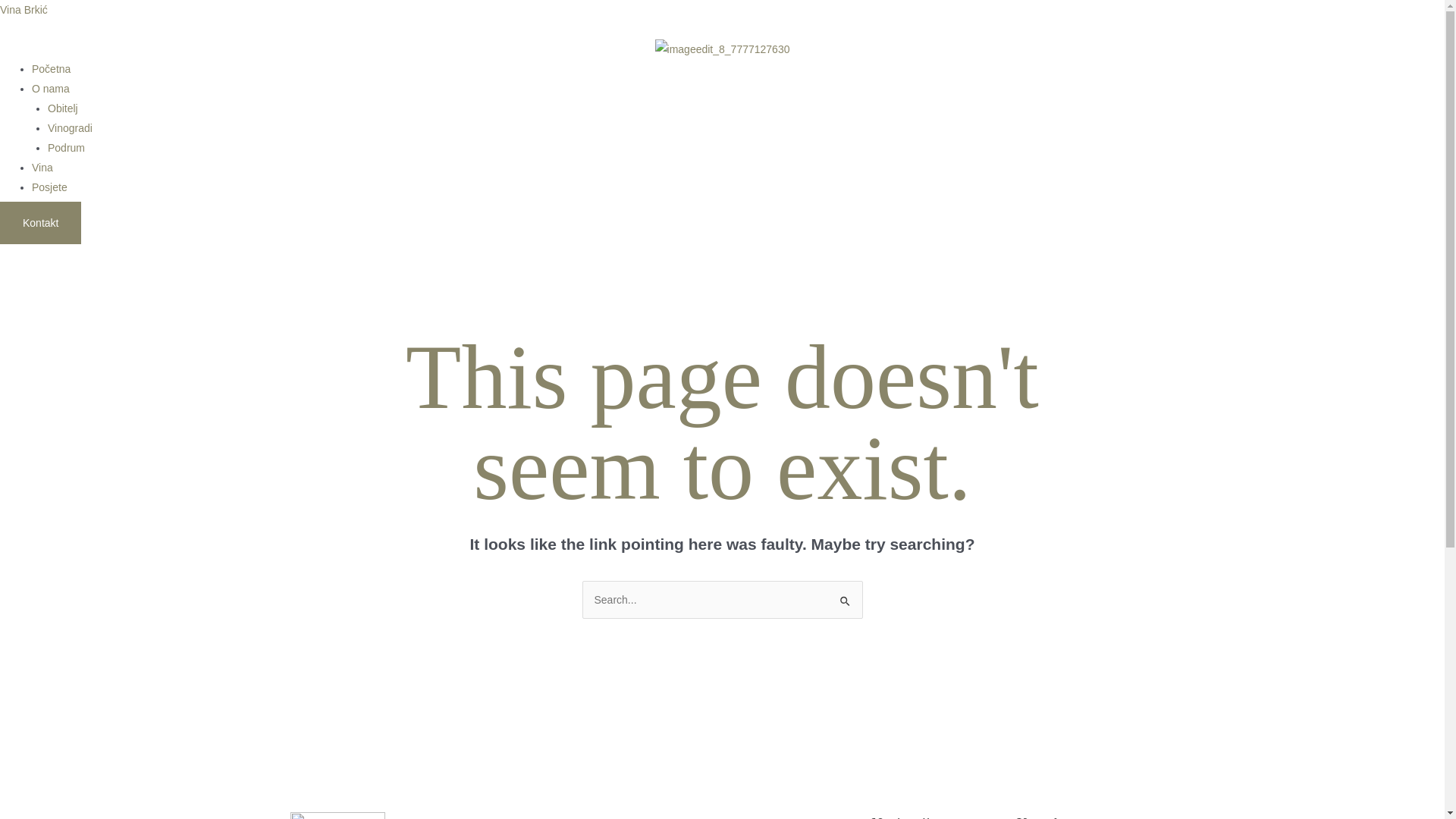 The image size is (1456, 819). I want to click on 'imageedit_8_7777127630', so click(655, 49).